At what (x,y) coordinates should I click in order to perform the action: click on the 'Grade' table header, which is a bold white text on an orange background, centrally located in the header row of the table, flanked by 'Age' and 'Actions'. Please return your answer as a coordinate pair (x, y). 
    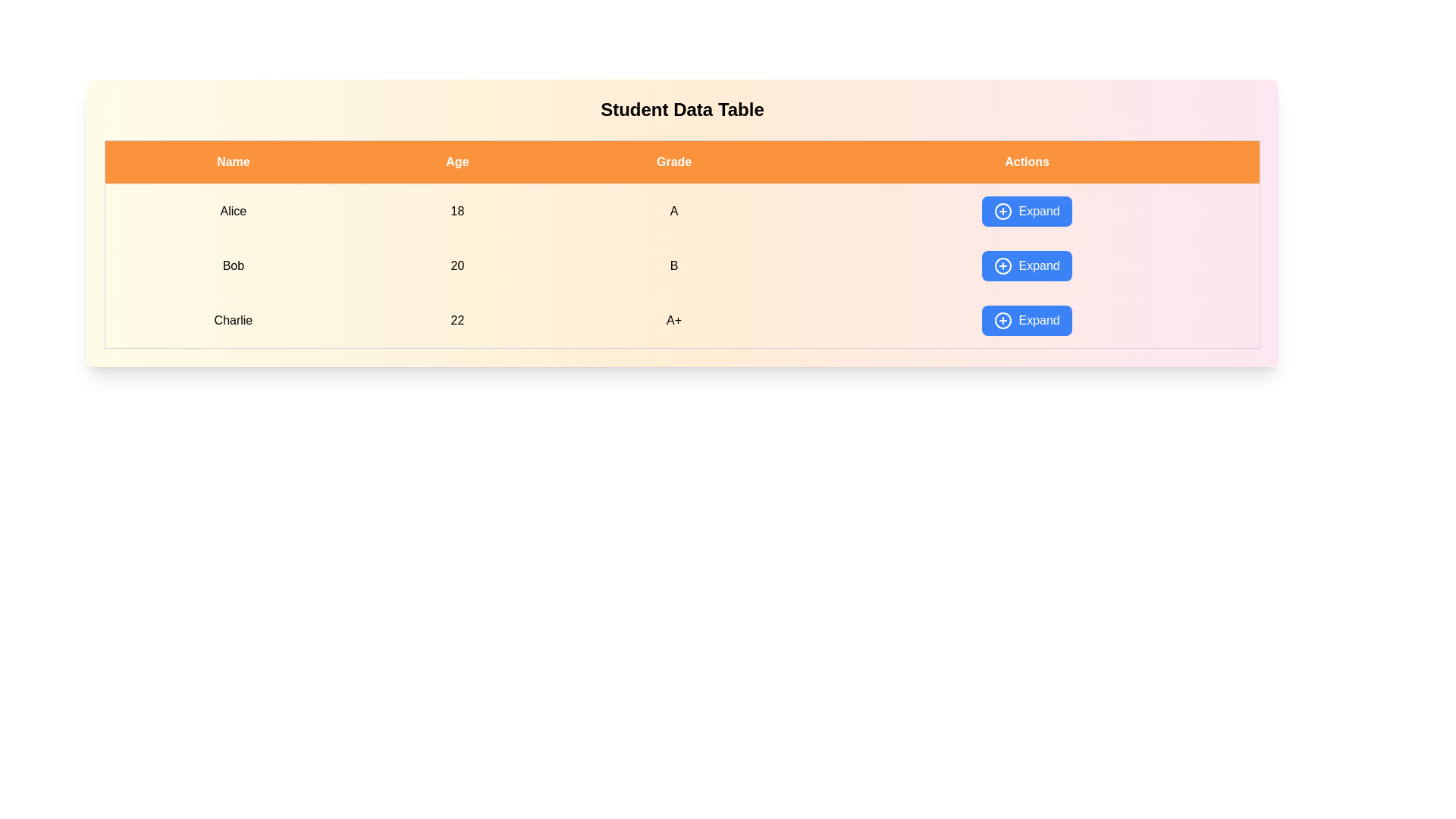
    Looking at the image, I should click on (673, 162).